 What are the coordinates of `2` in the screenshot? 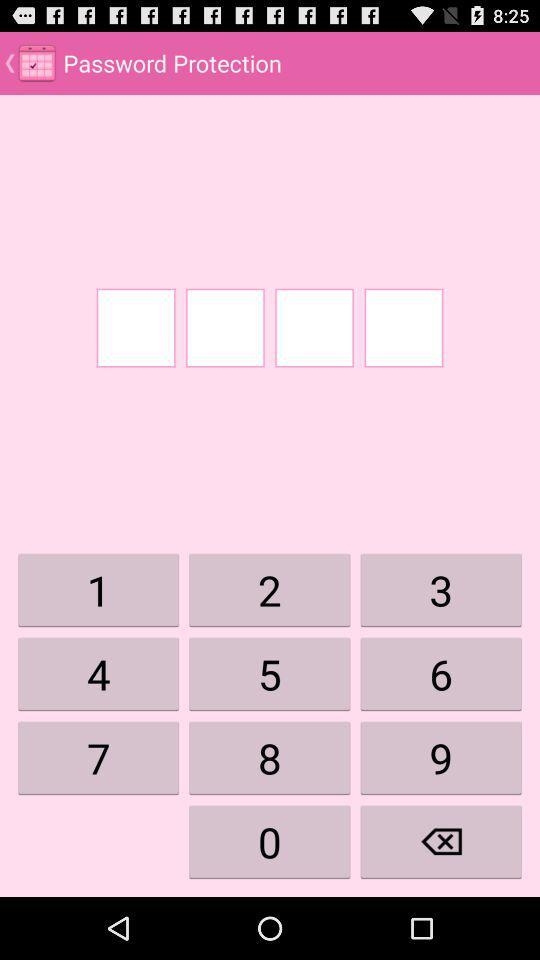 It's located at (270, 590).